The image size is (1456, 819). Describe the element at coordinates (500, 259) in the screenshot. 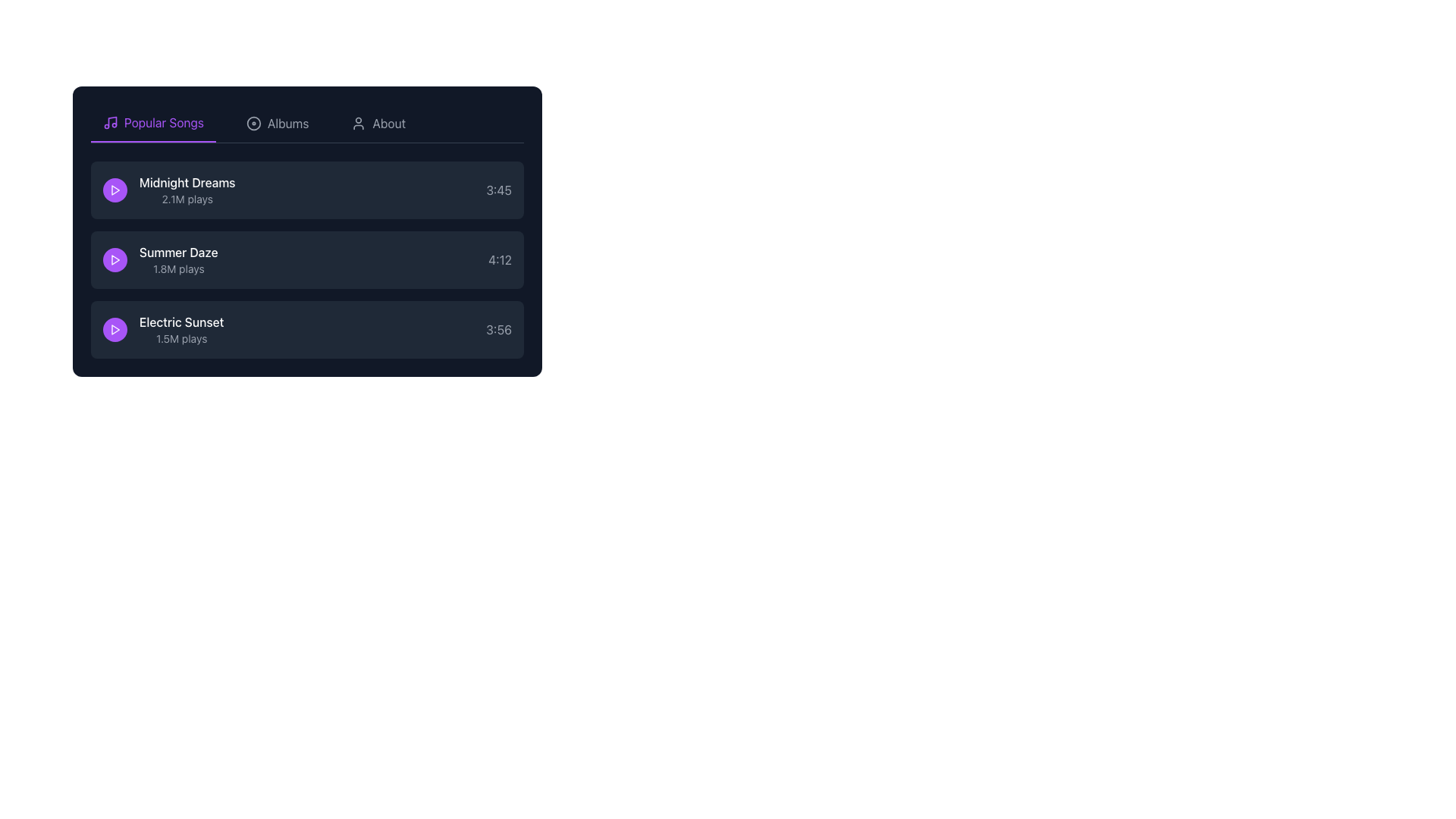

I see `text displayed in the light gray color '4:12' located in the lower-right corner of the second song entry in the vertically stacked list of songs` at that location.